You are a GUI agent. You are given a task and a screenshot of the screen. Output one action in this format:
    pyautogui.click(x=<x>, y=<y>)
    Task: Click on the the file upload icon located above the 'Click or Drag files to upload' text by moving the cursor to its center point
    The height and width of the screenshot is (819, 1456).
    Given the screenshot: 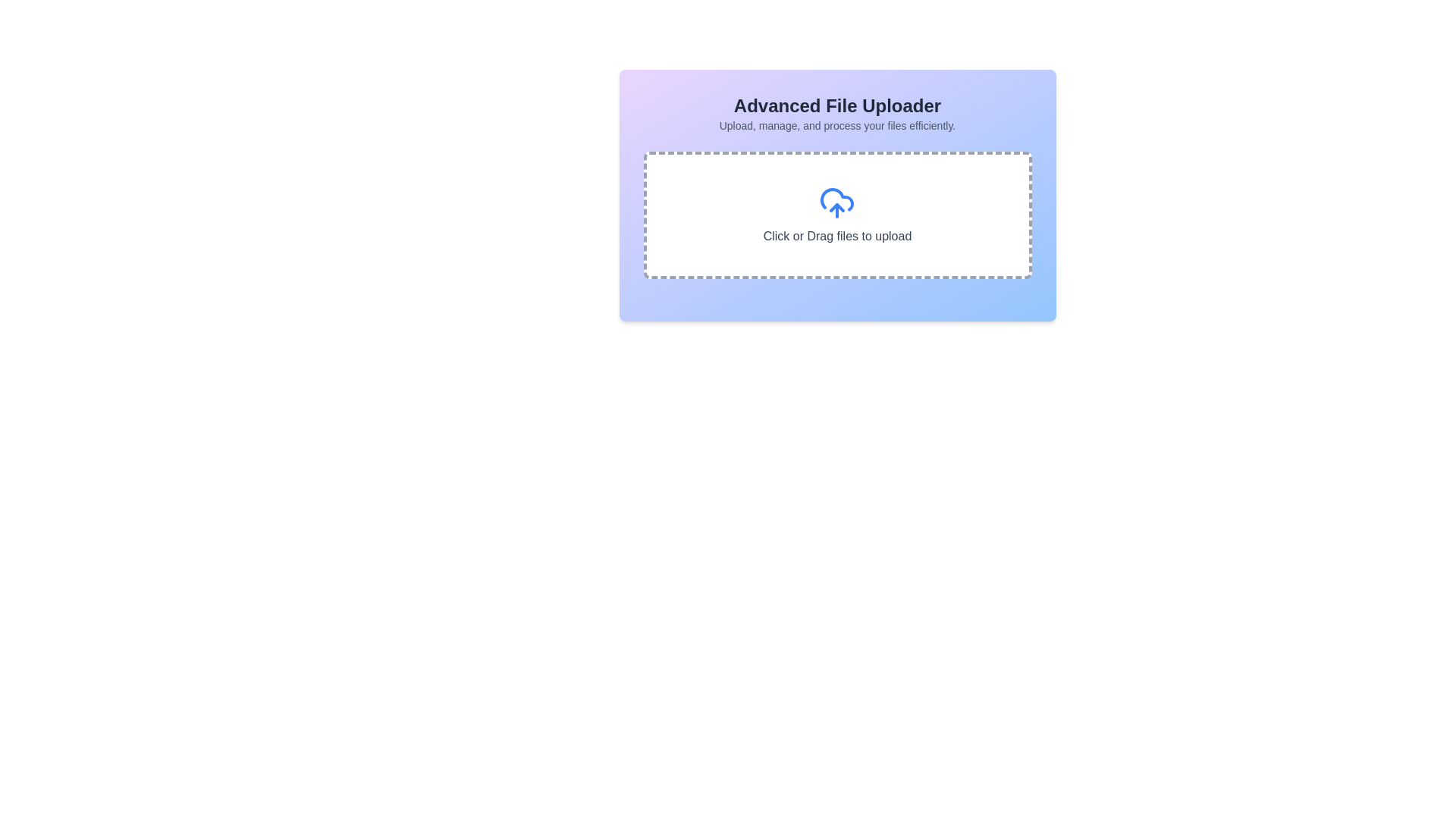 What is the action you would take?
    pyautogui.click(x=836, y=202)
    